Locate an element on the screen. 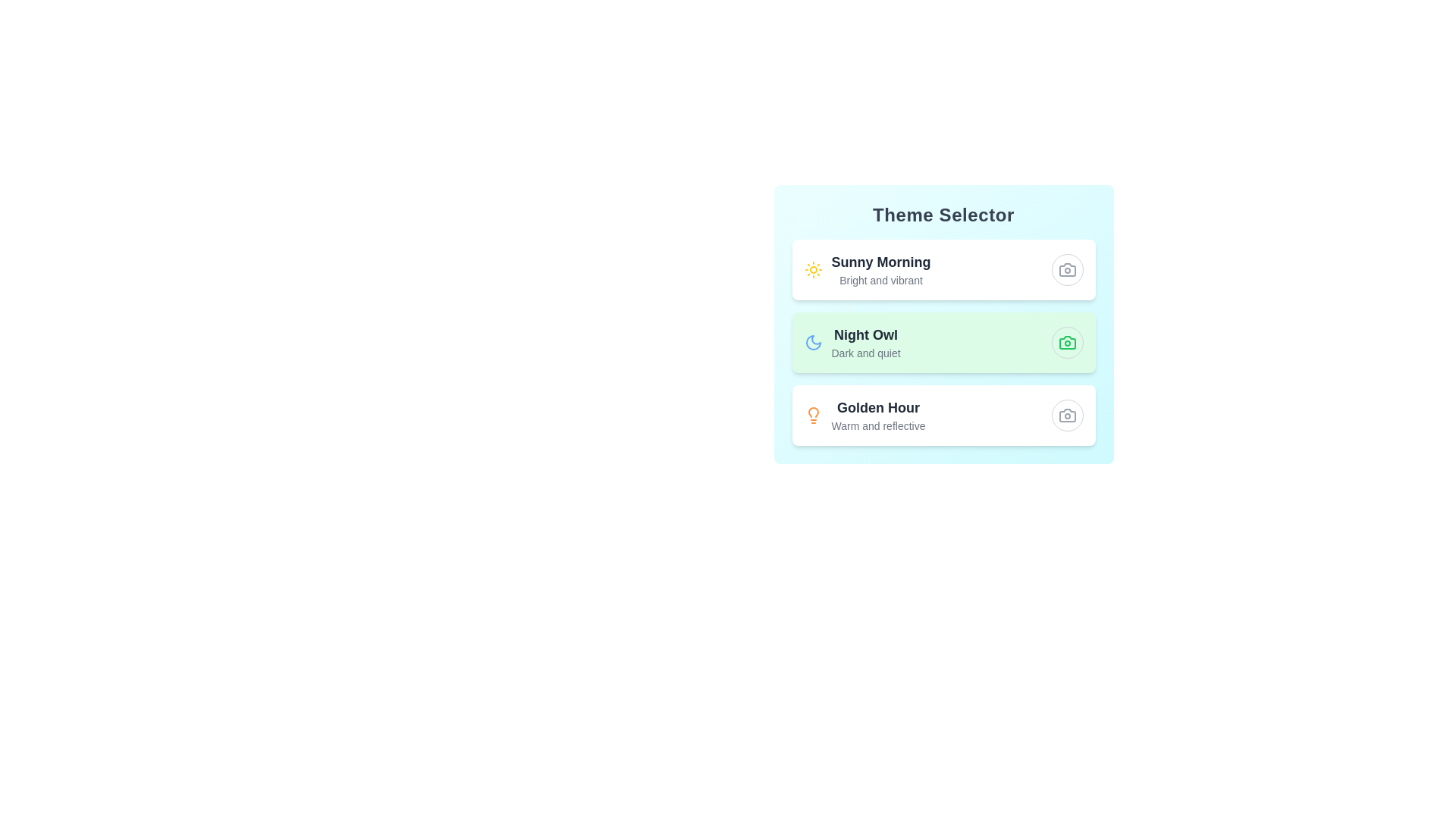  the theme Golden Hour by clicking its respective button is located at coordinates (1066, 415).